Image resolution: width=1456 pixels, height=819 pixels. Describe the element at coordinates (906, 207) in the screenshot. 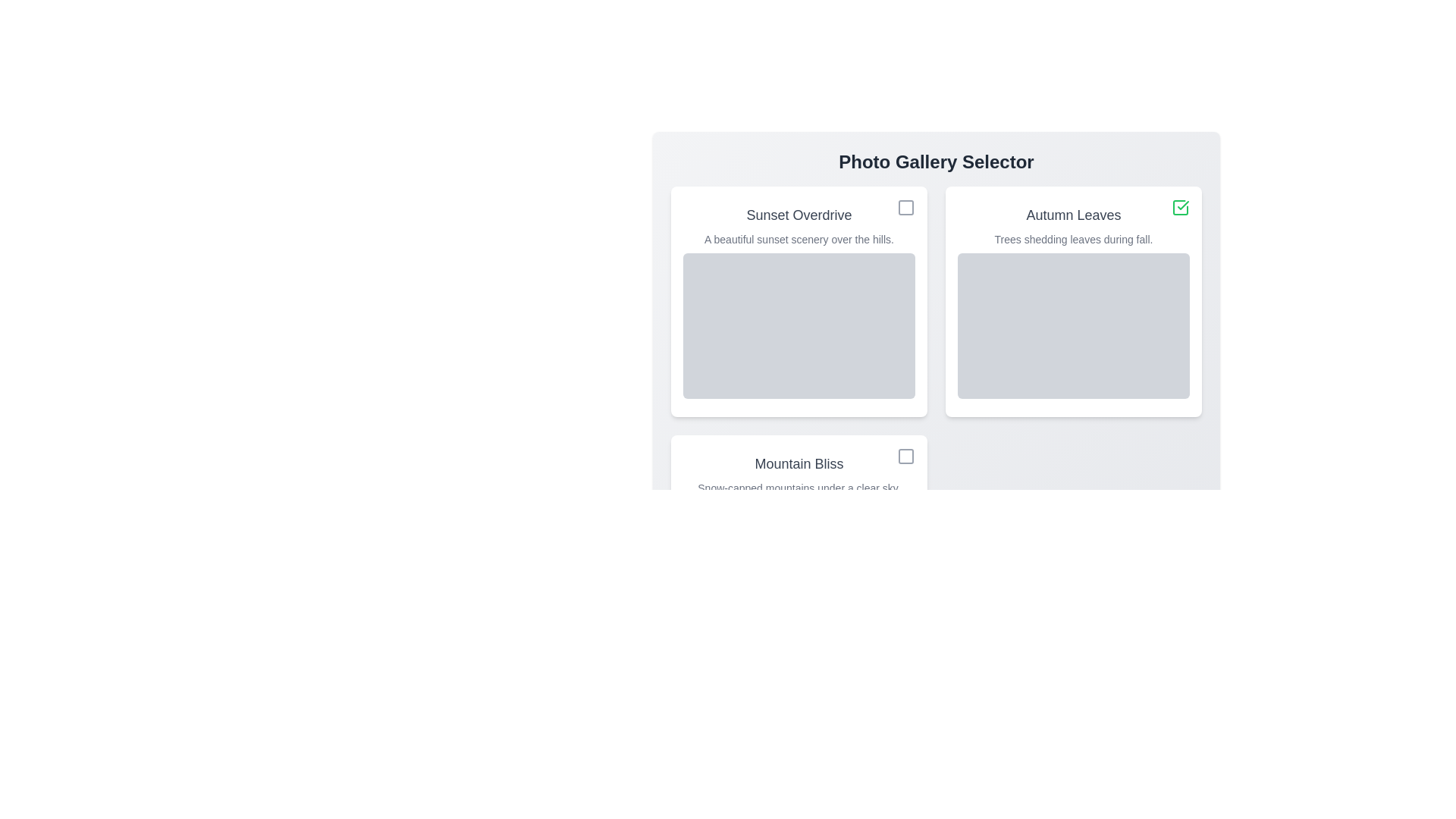

I see `the gallery item Sunset Overdrive by clicking its checkbox` at that location.